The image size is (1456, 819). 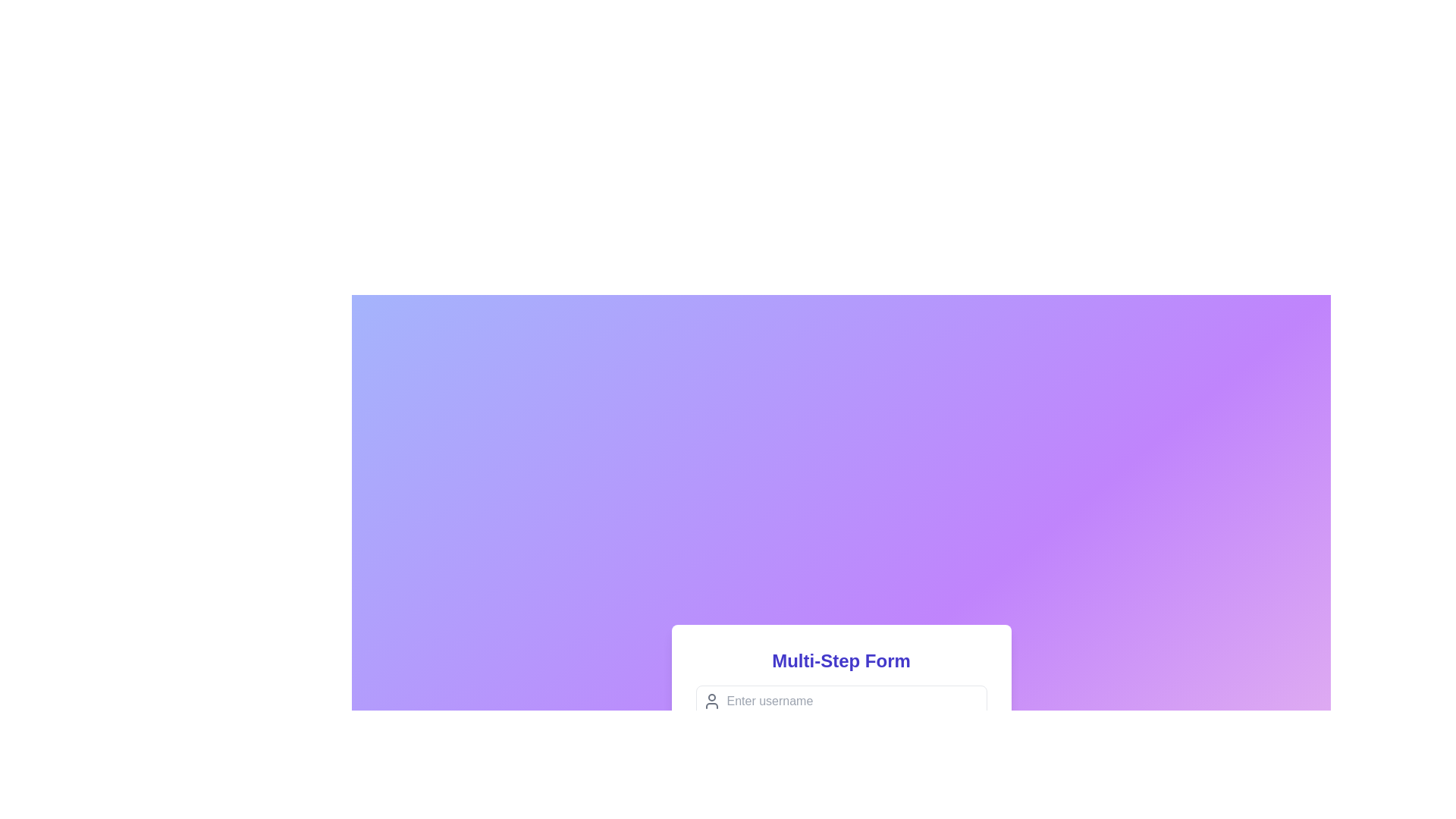 What do you see at coordinates (711, 701) in the screenshot?
I see `the username icon located to the far left of the text input field labeled 'Enter username' in the structured form interface` at bounding box center [711, 701].